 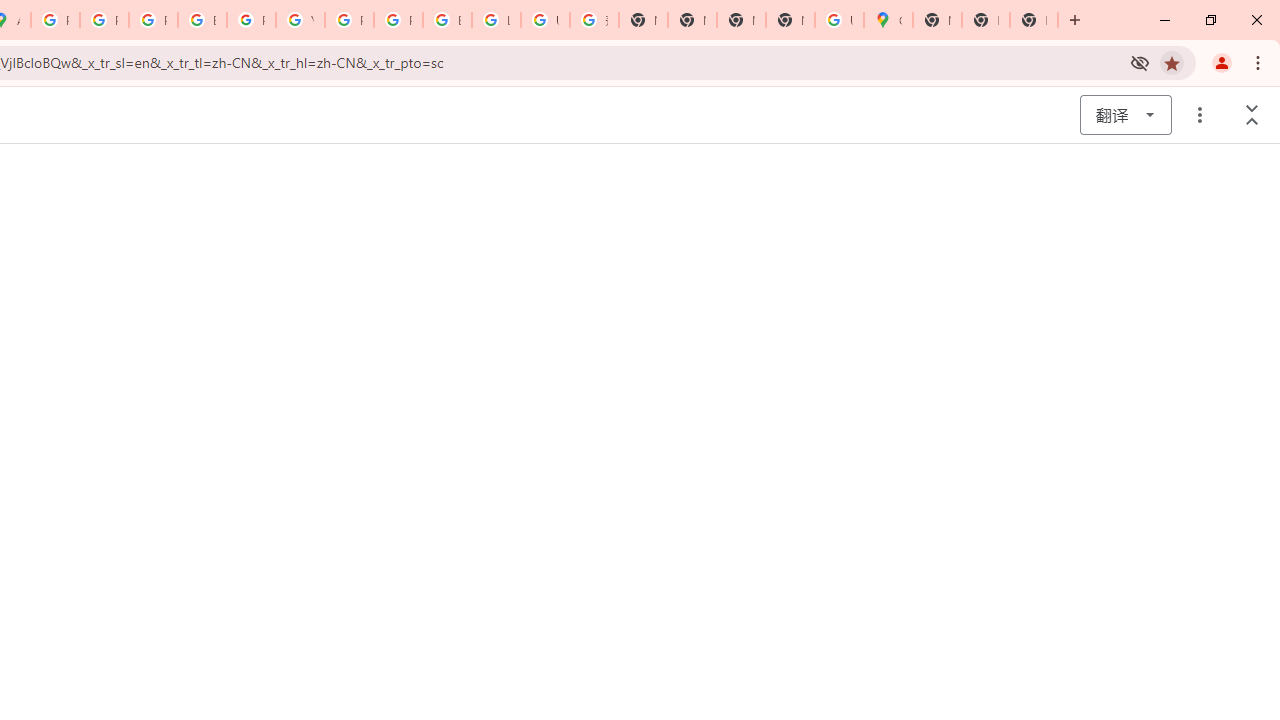 What do you see at coordinates (1139, 61) in the screenshot?
I see `'Third-party cookies blocked'` at bounding box center [1139, 61].